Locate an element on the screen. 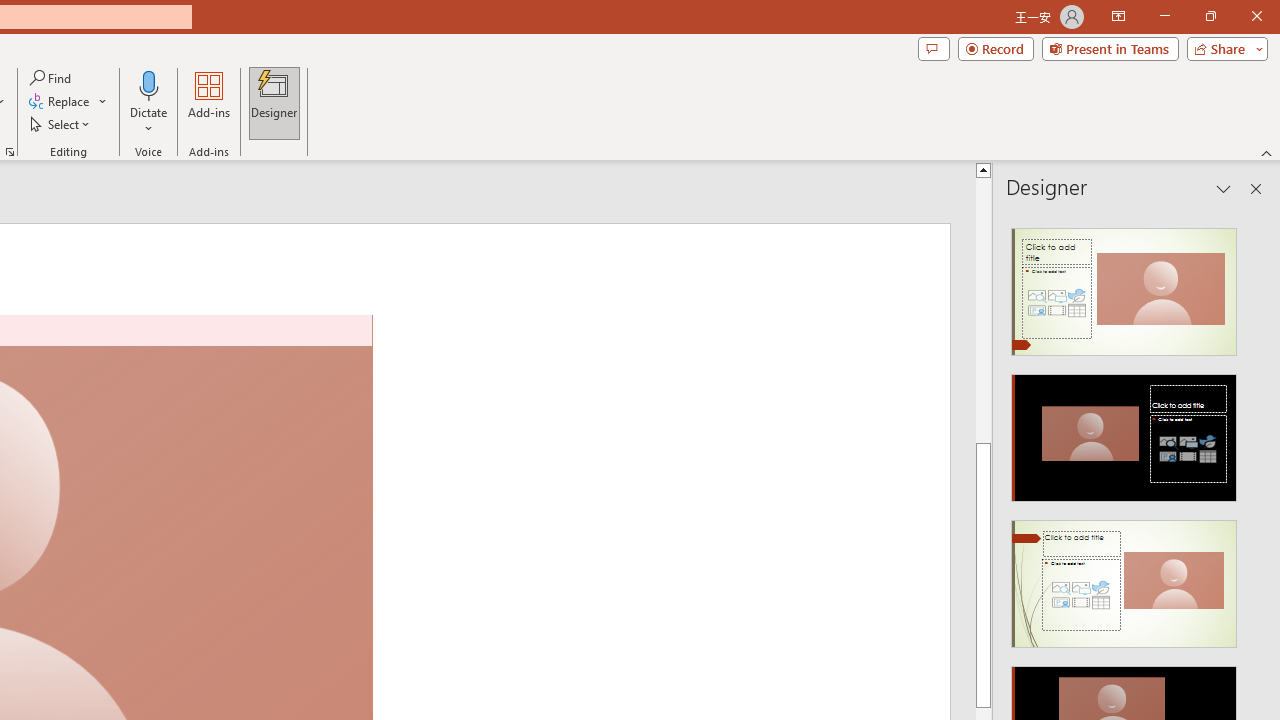  'Ribbon Display Options' is located at coordinates (1117, 16).